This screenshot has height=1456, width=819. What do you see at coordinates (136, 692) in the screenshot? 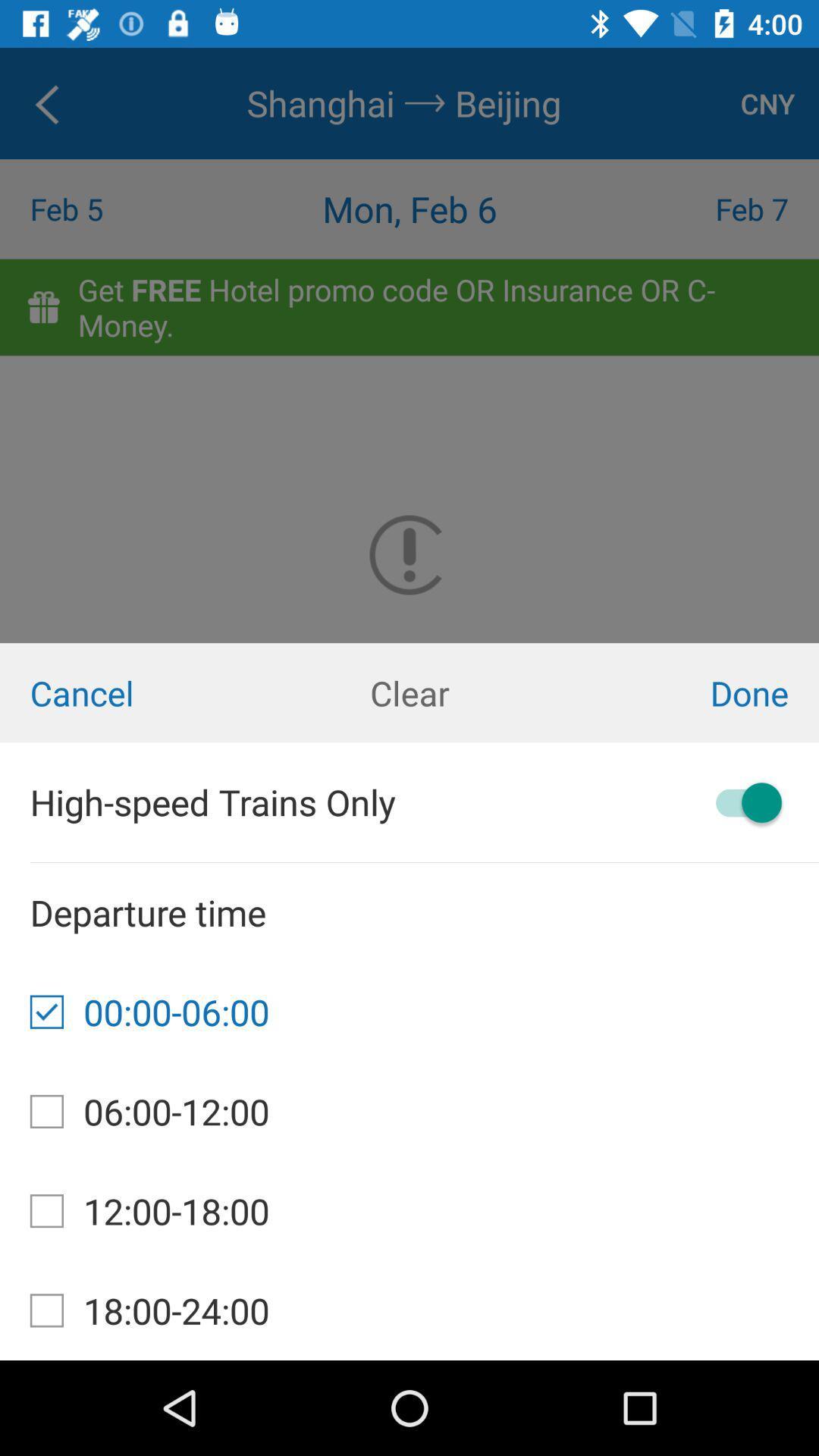
I see `the item on the left` at bounding box center [136, 692].